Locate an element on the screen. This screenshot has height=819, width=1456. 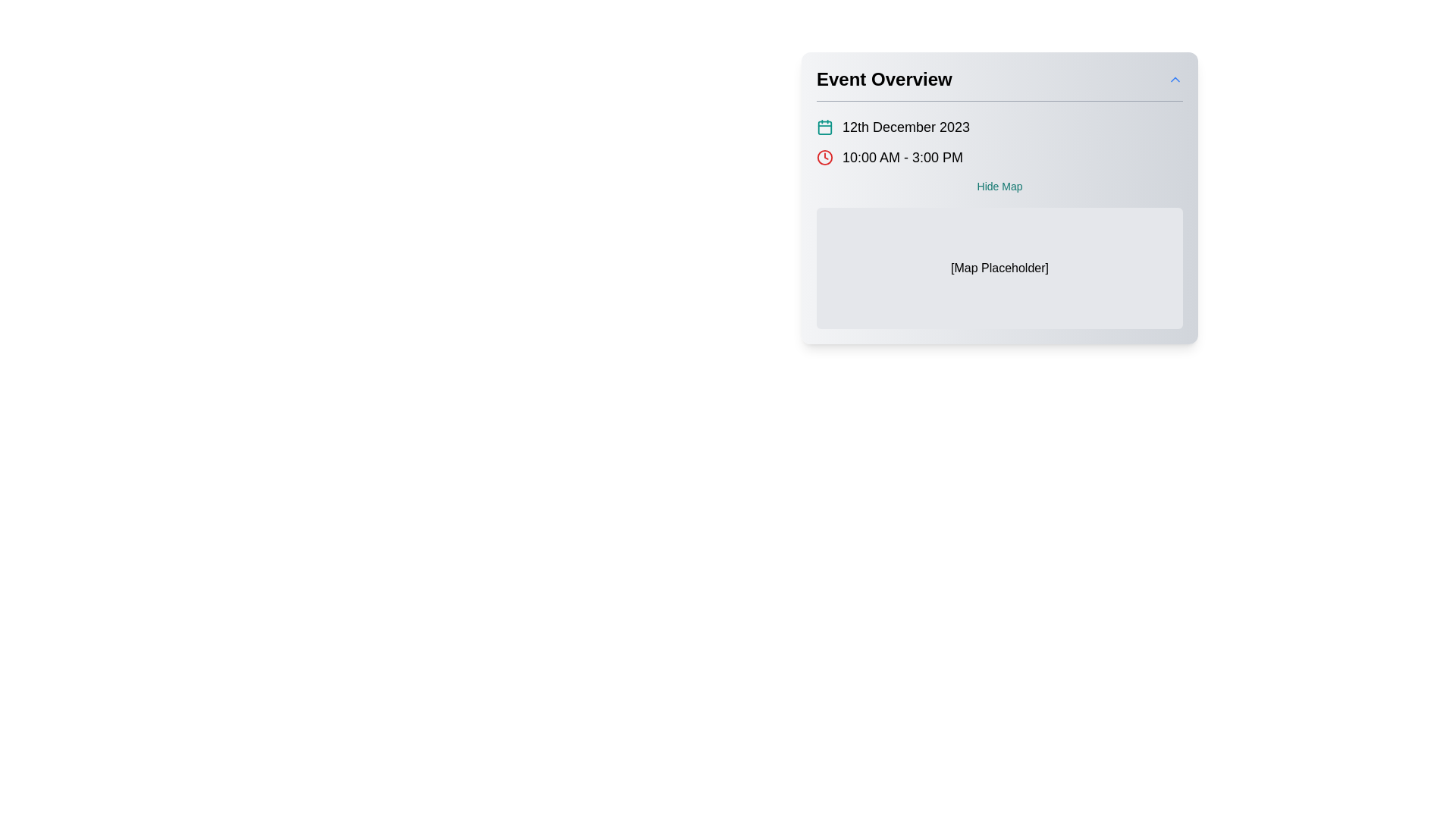
the red clock icon with circular border and clock hands located next to the text '10:00 AM - 3:00 PM' under the 'Event Overview' section is located at coordinates (824, 158).